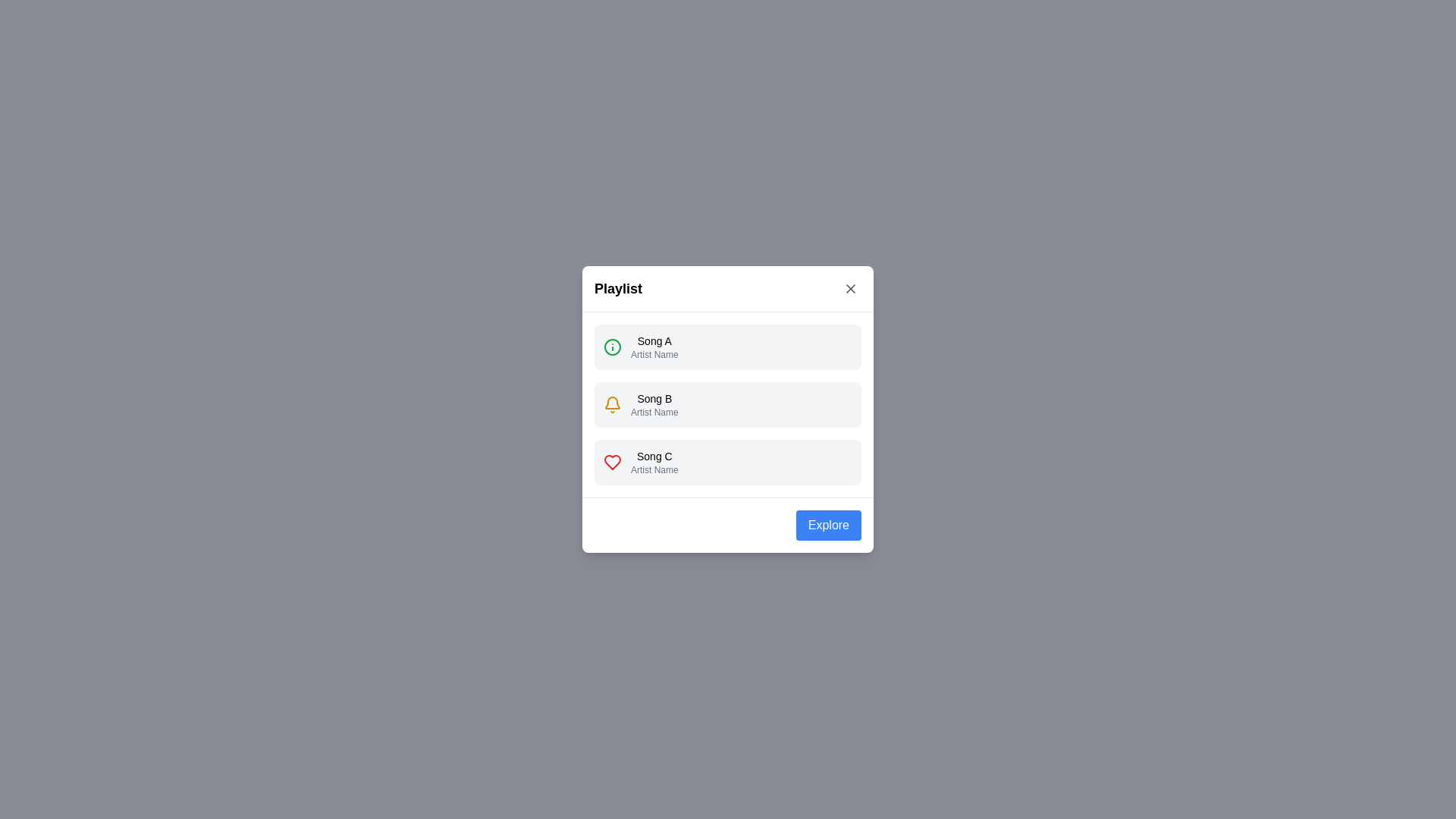 This screenshot has width=1456, height=819. Describe the element at coordinates (654, 461) in the screenshot. I see `the song display element that shows 'Song C' as the title and 'Artist Name' as the subtitle, which is the third item in the playlist` at that location.